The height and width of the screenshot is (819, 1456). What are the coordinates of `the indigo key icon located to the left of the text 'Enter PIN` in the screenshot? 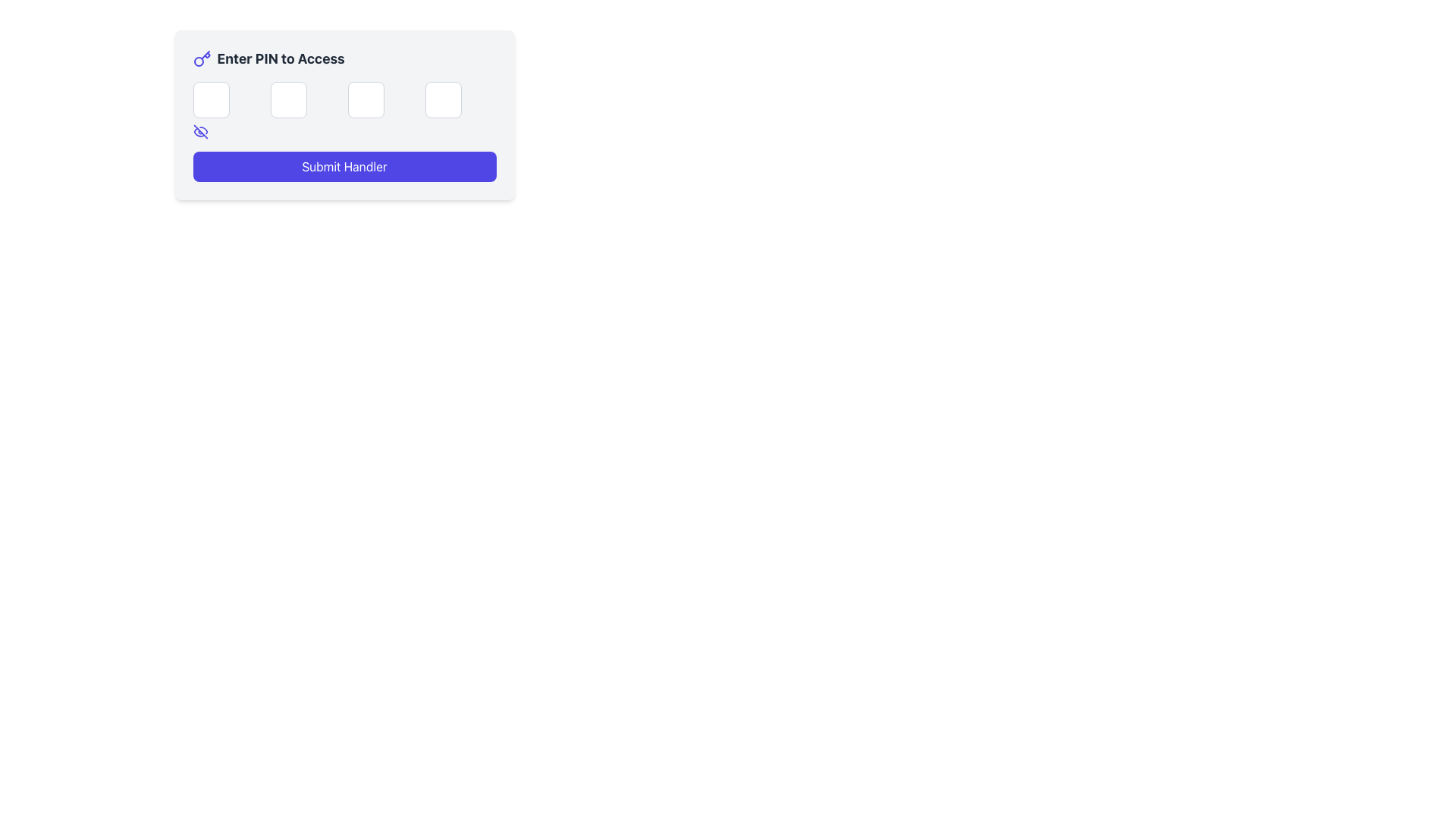 It's located at (201, 58).